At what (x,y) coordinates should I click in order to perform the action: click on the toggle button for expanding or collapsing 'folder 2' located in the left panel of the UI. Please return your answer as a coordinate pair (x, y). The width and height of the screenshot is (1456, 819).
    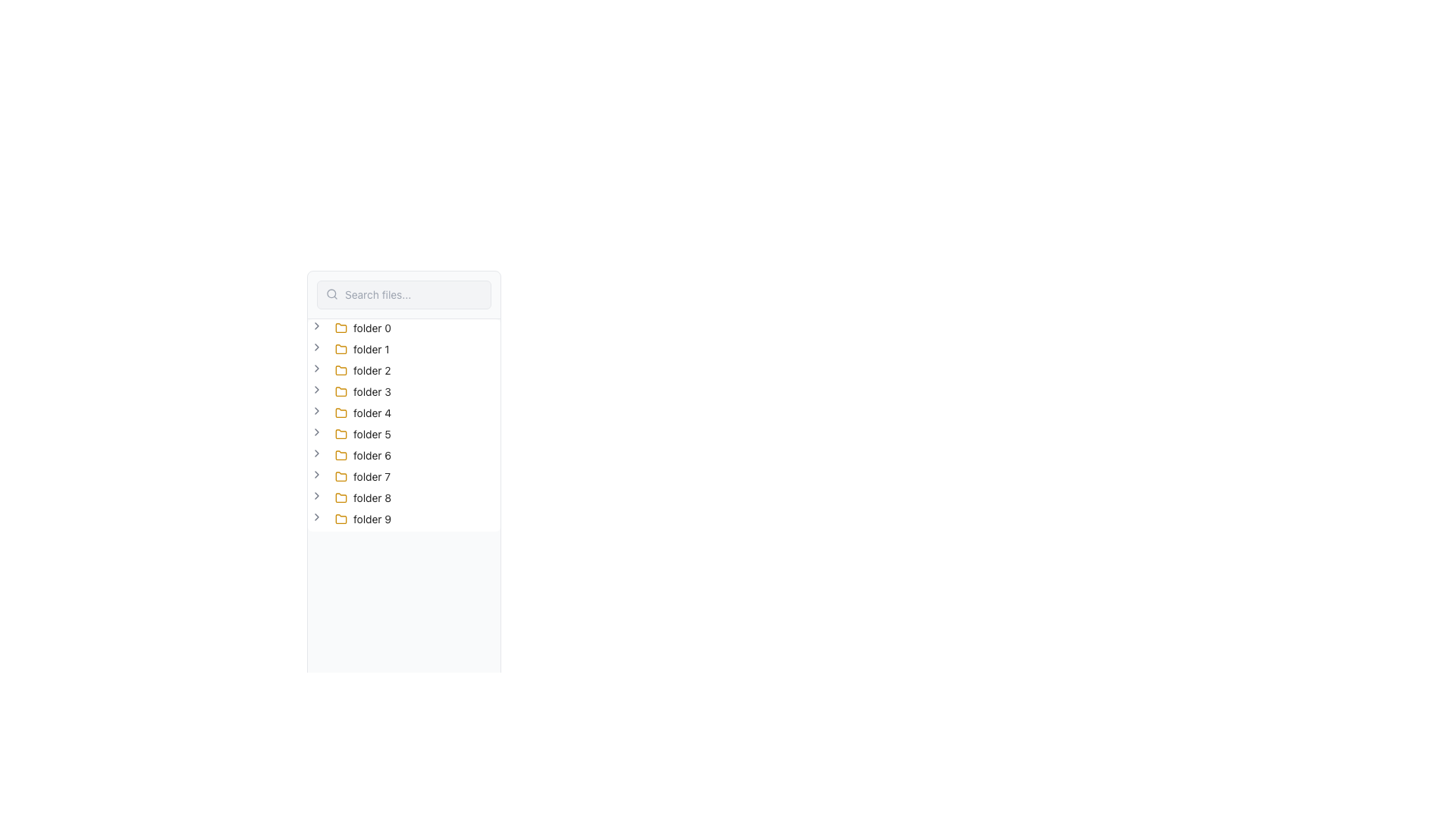
    Looking at the image, I should click on (315, 371).